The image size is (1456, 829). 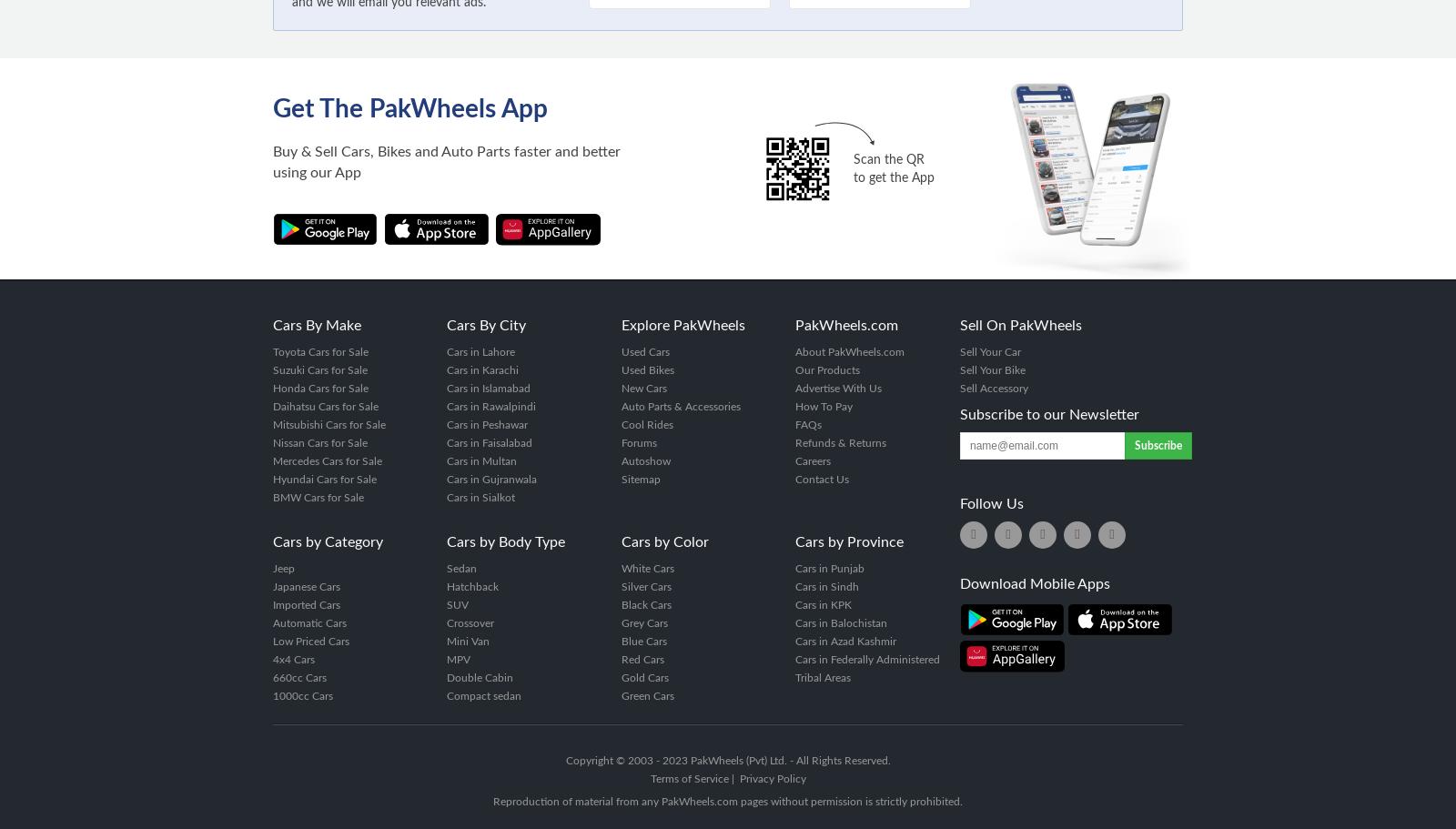 What do you see at coordinates (491, 800) in the screenshot?
I see `'Reproduction of material from any PakWheels.com pages without permission is strictly prohibited.'` at bounding box center [491, 800].